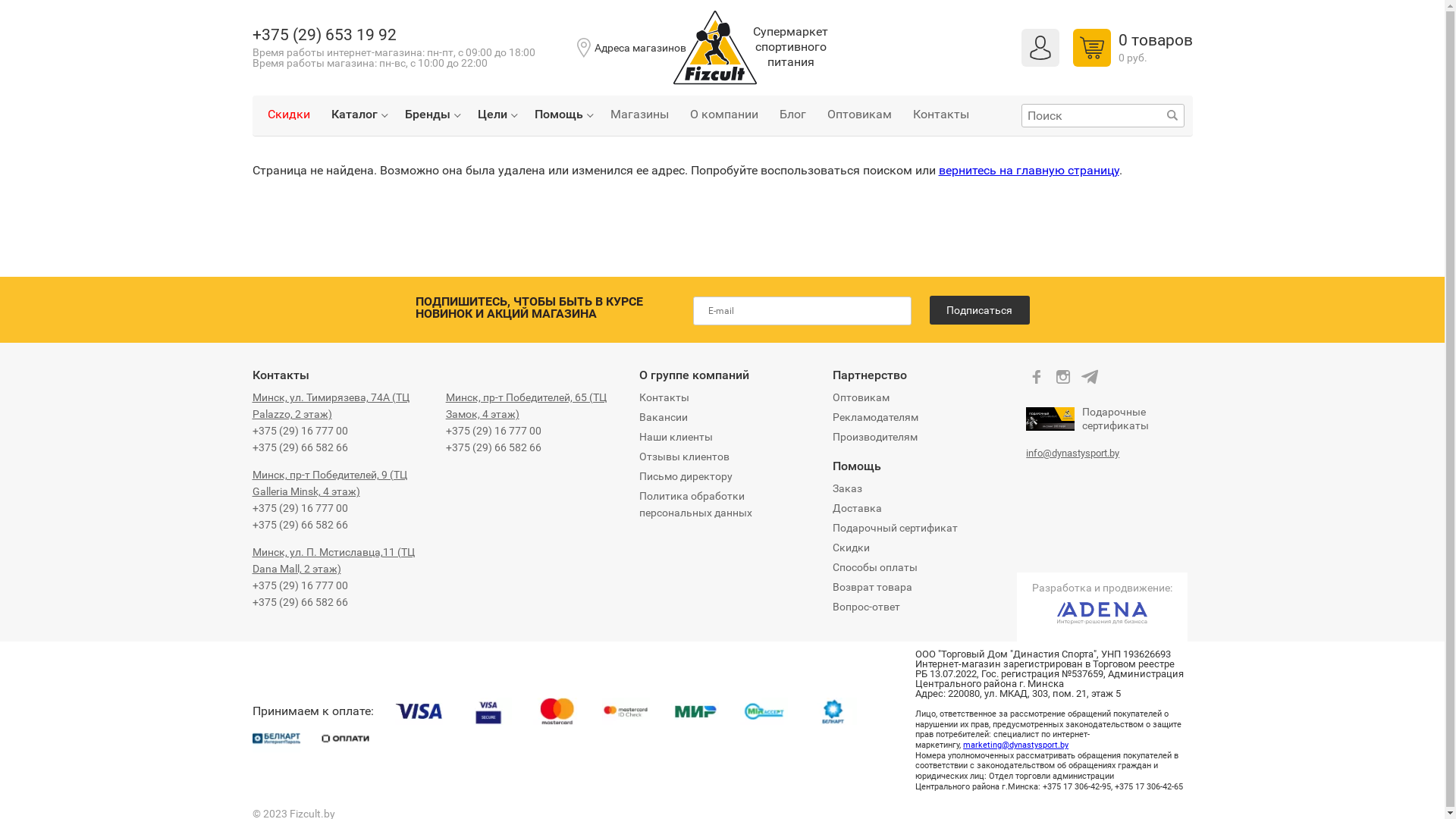  I want to click on '+375 (29) 16 777 00', so click(299, 508).